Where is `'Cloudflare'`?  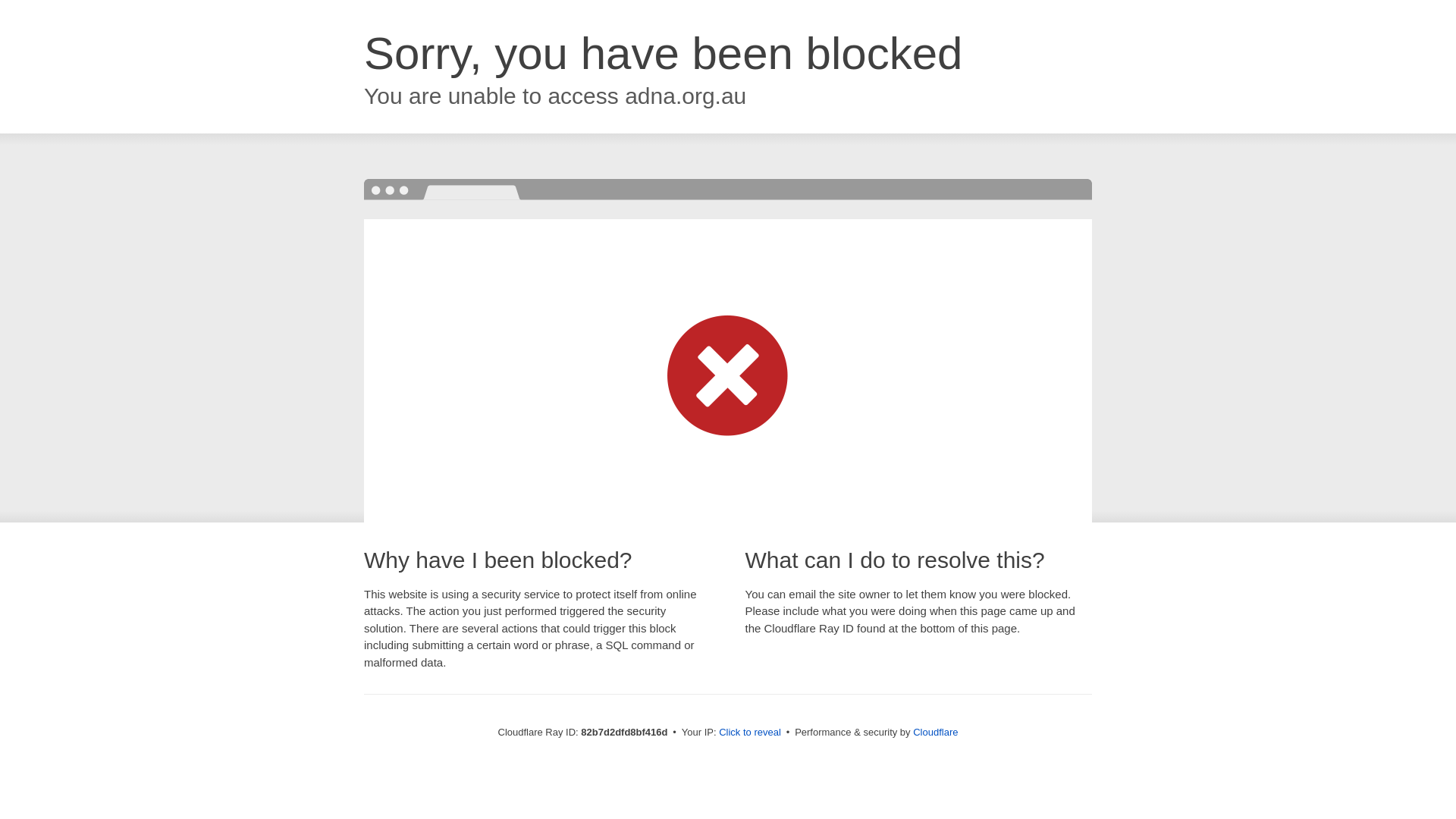
'Cloudflare' is located at coordinates (934, 731).